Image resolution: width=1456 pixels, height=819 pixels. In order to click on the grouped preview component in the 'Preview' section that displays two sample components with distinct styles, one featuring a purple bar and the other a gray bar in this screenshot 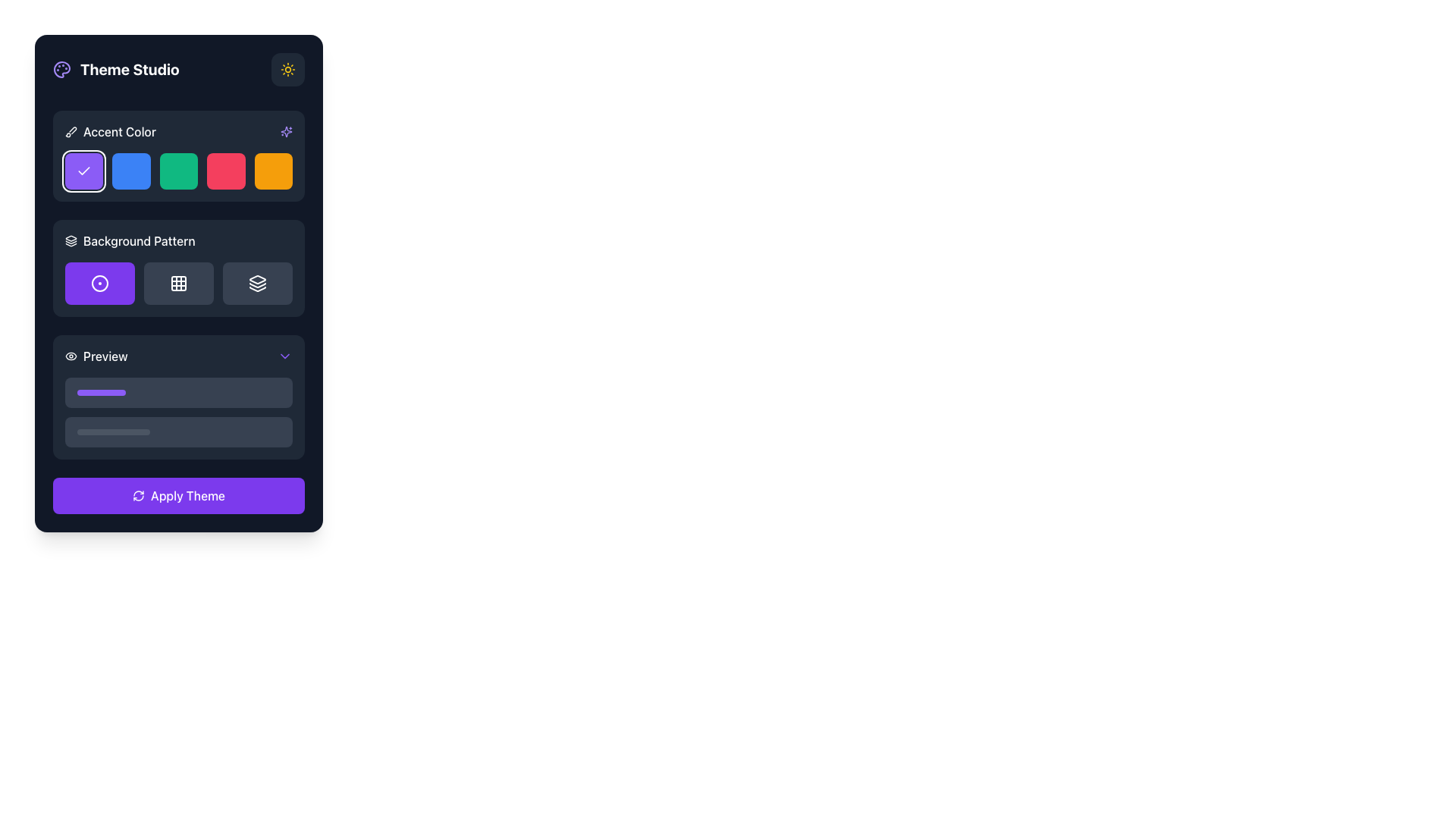, I will do `click(178, 412)`.